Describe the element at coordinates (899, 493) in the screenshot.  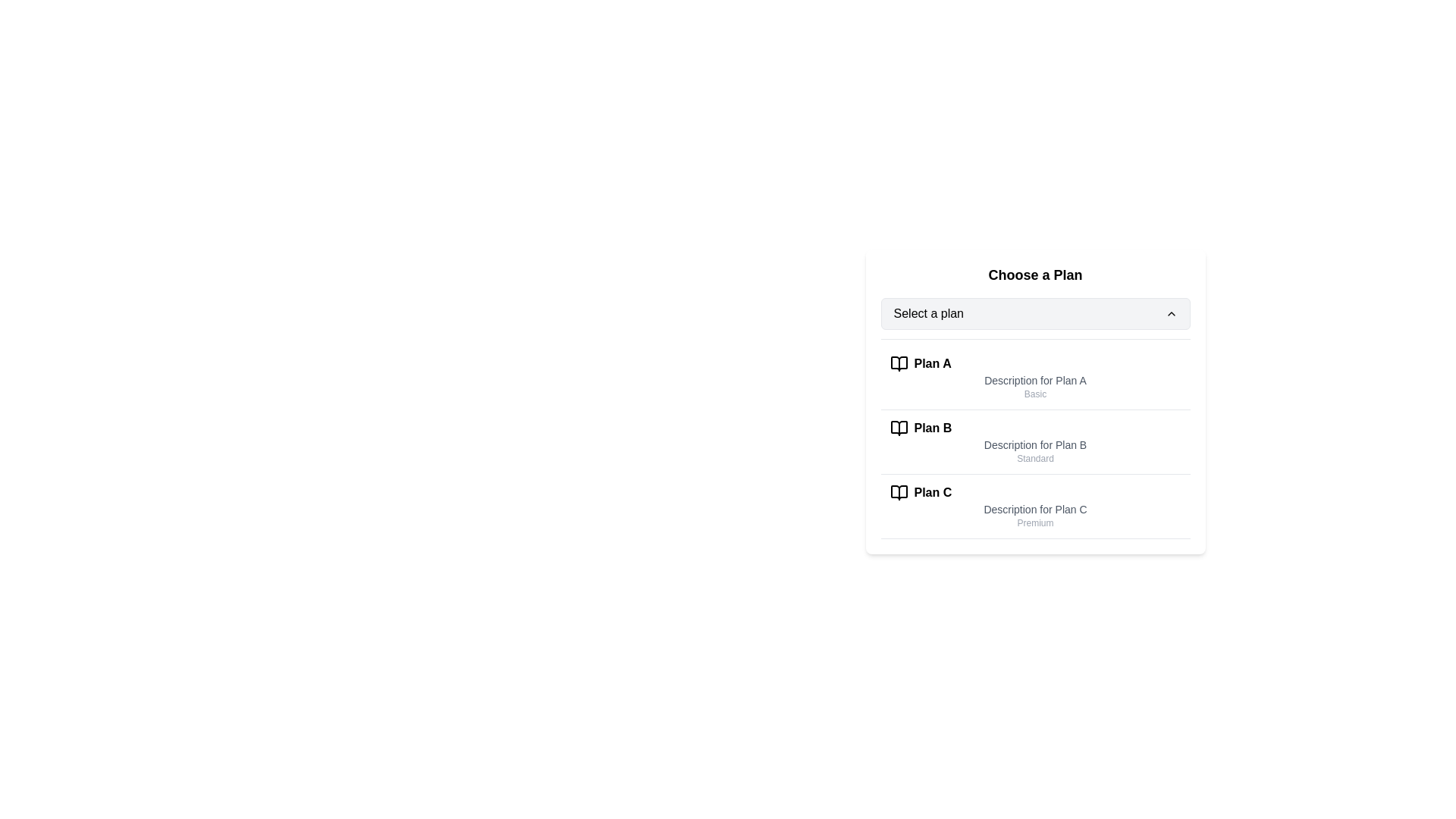
I see `the 'Plan C' icon, which is located to the left of the text 'Plan C' in the list of items related to different plans` at that location.